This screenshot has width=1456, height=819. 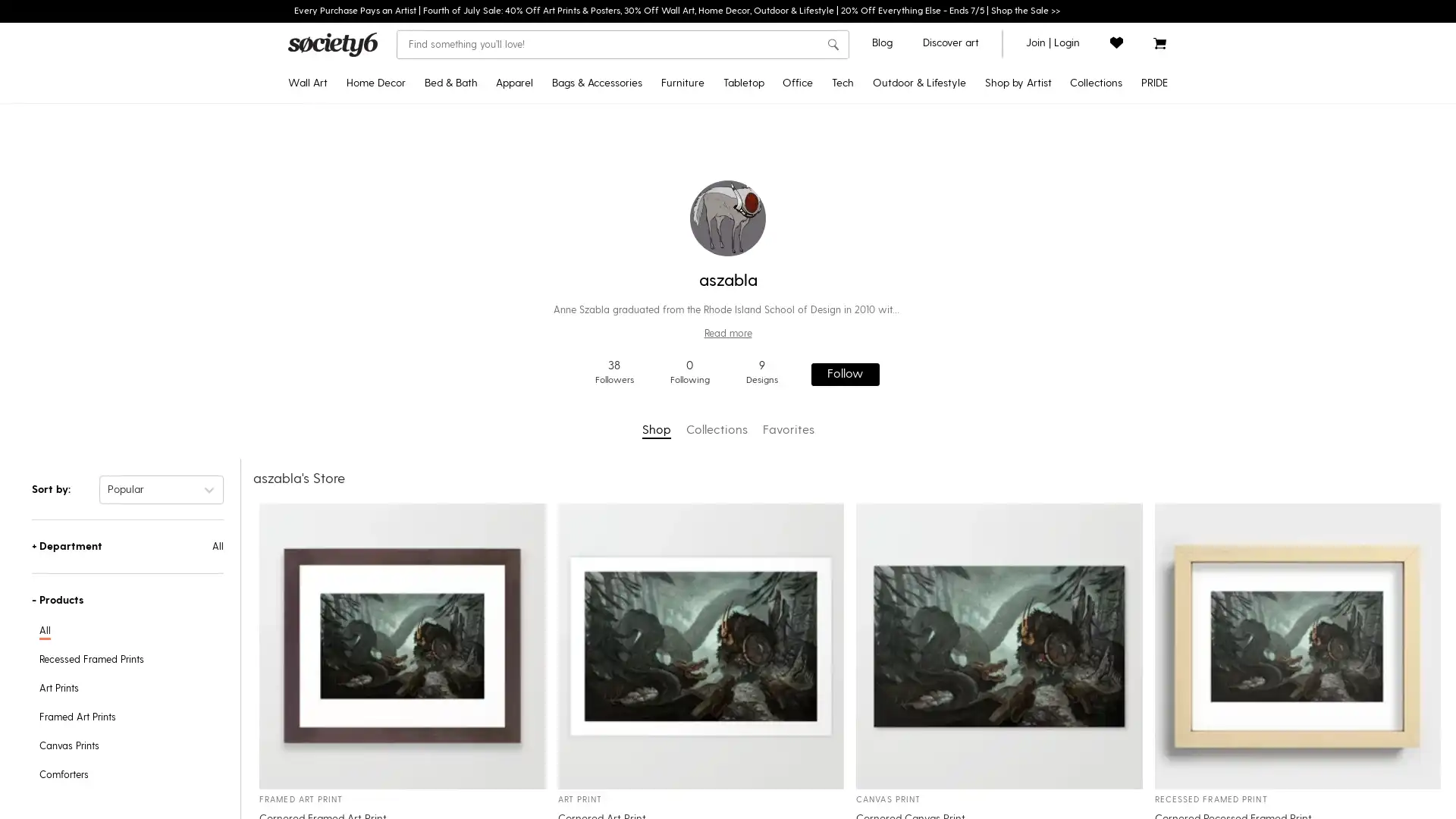 What do you see at coordinates (939, 244) in the screenshot?
I see `Outdoor Throw Pillows` at bounding box center [939, 244].